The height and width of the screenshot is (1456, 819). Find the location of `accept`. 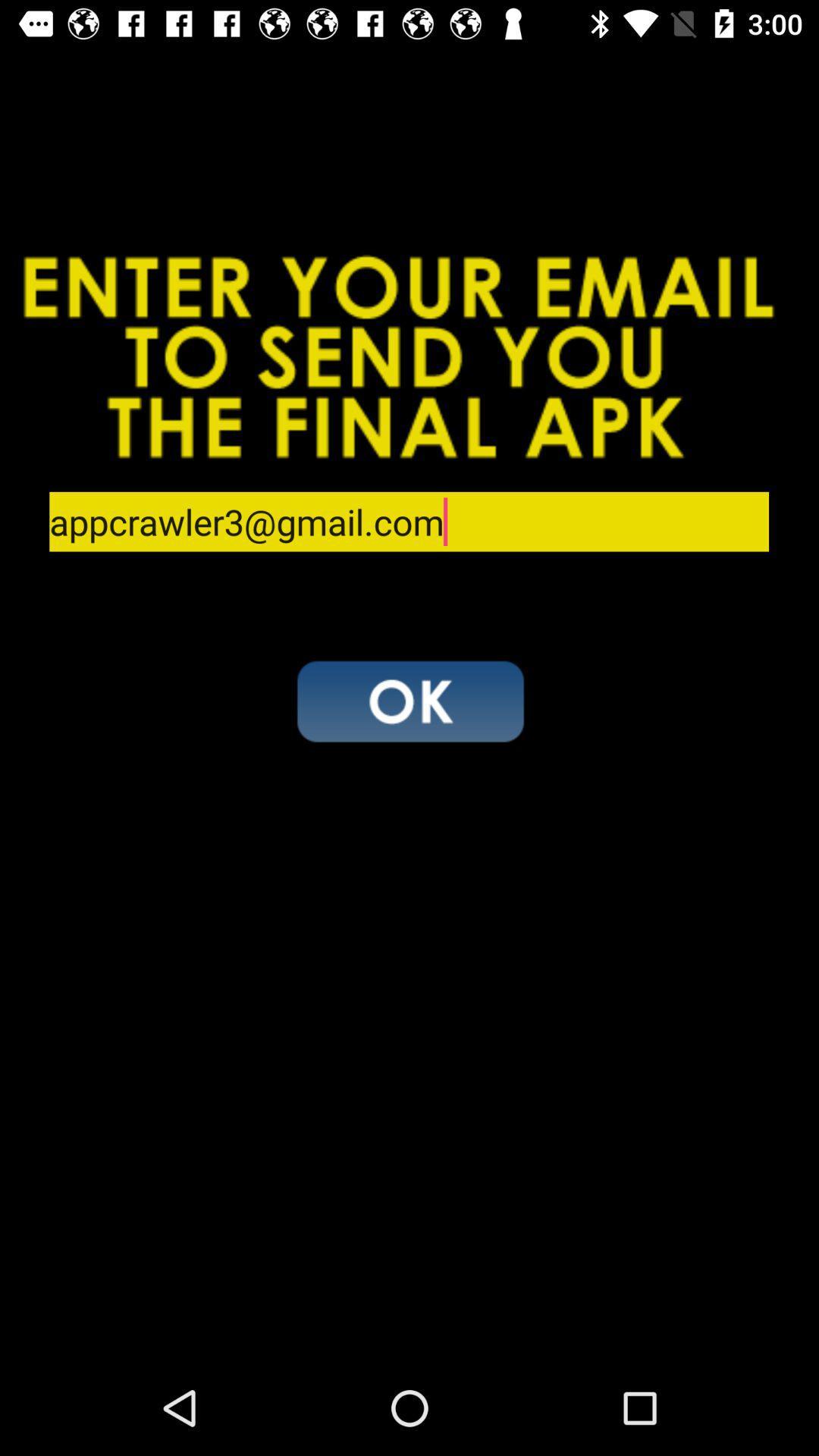

accept is located at coordinates (409, 700).